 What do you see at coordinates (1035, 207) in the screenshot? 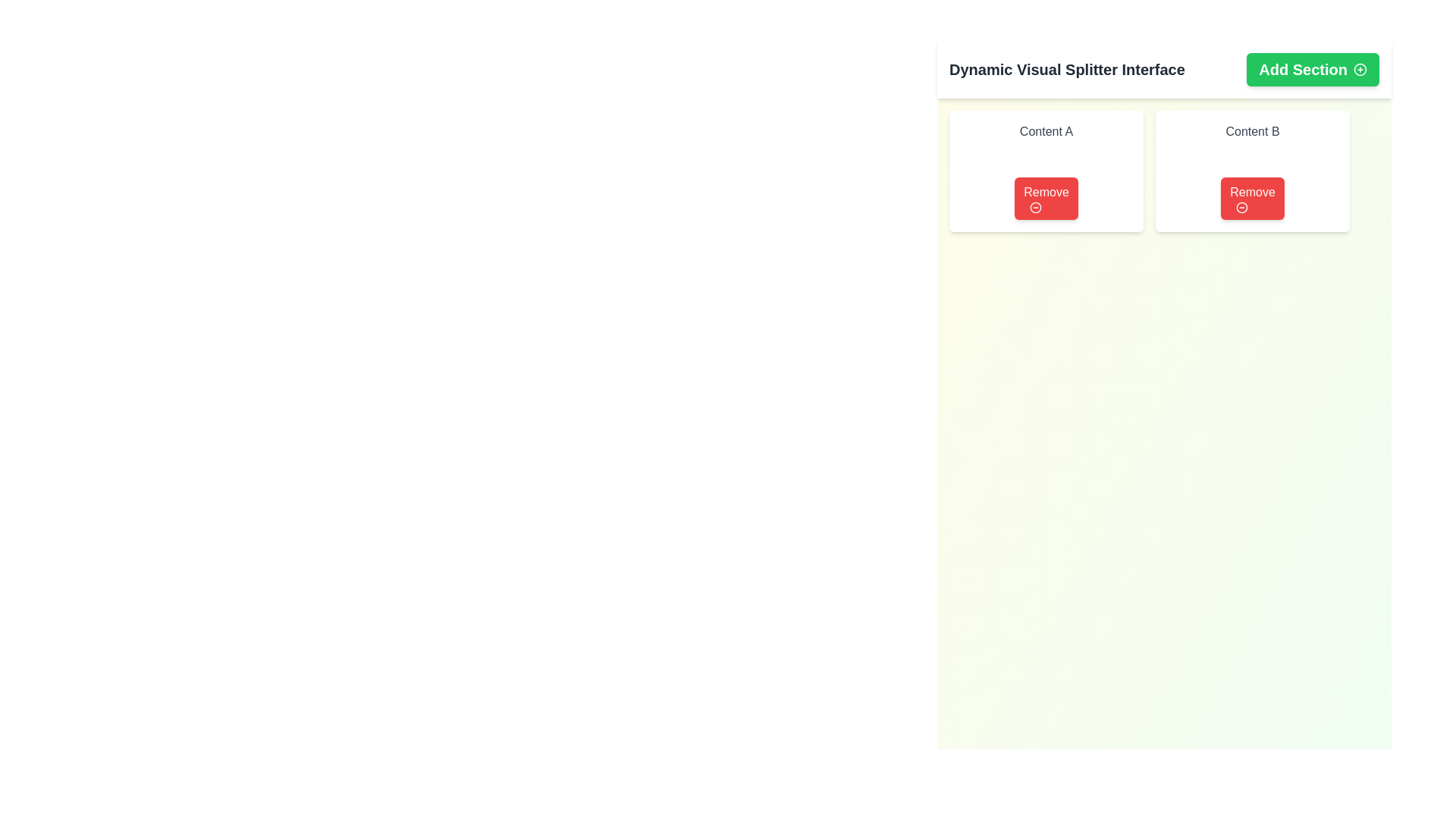
I see `the 'remove' icon located inside the 'Remove' button at the bottom center of the 'Content A' card` at bounding box center [1035, 207].